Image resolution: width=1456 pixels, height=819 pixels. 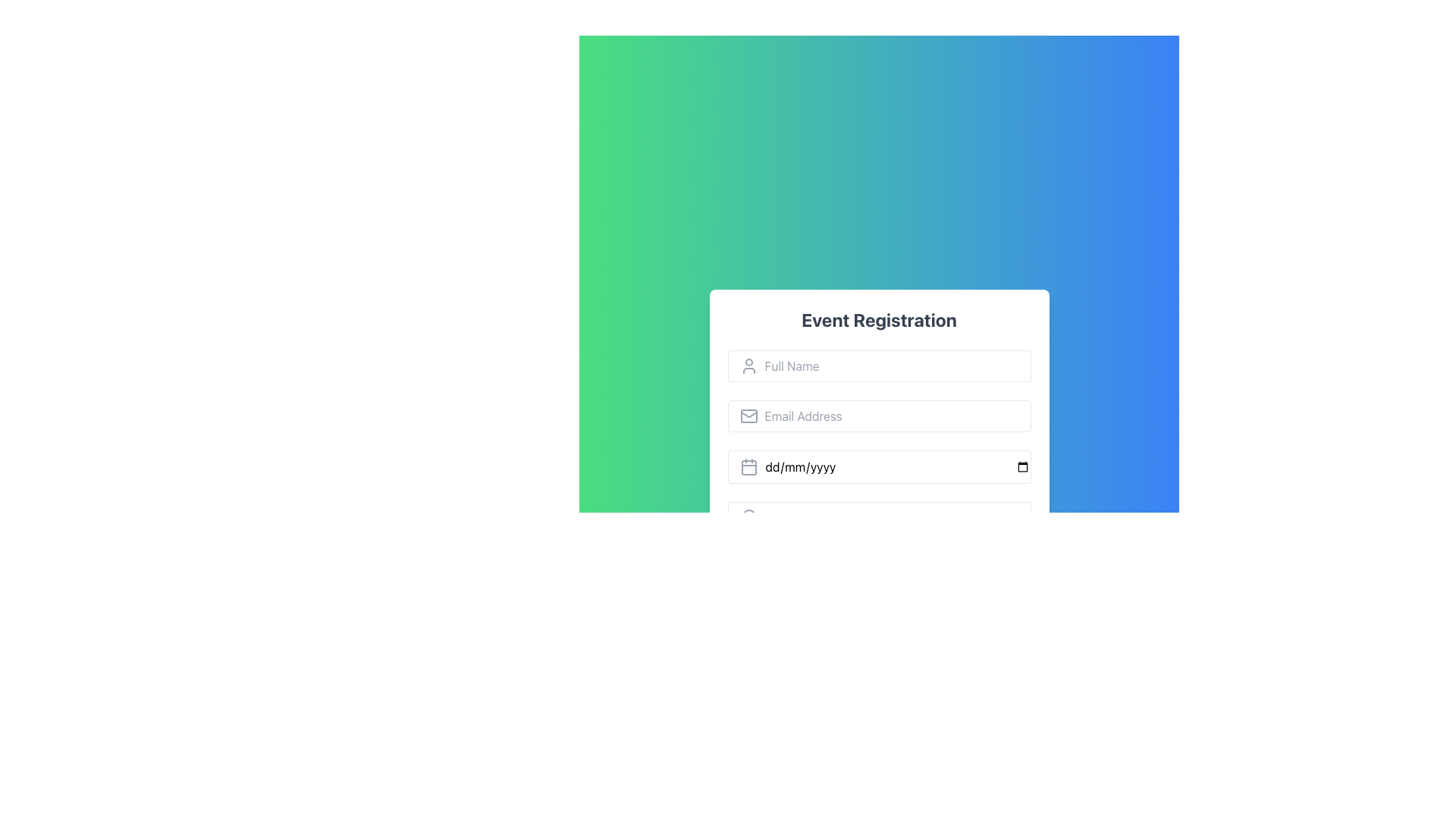 I want to click on the rectangular part of the mail envelope icon located in the email input section of the registration form, positioned to the left of the 'Email Address' input field, so click(x=748, y=416).